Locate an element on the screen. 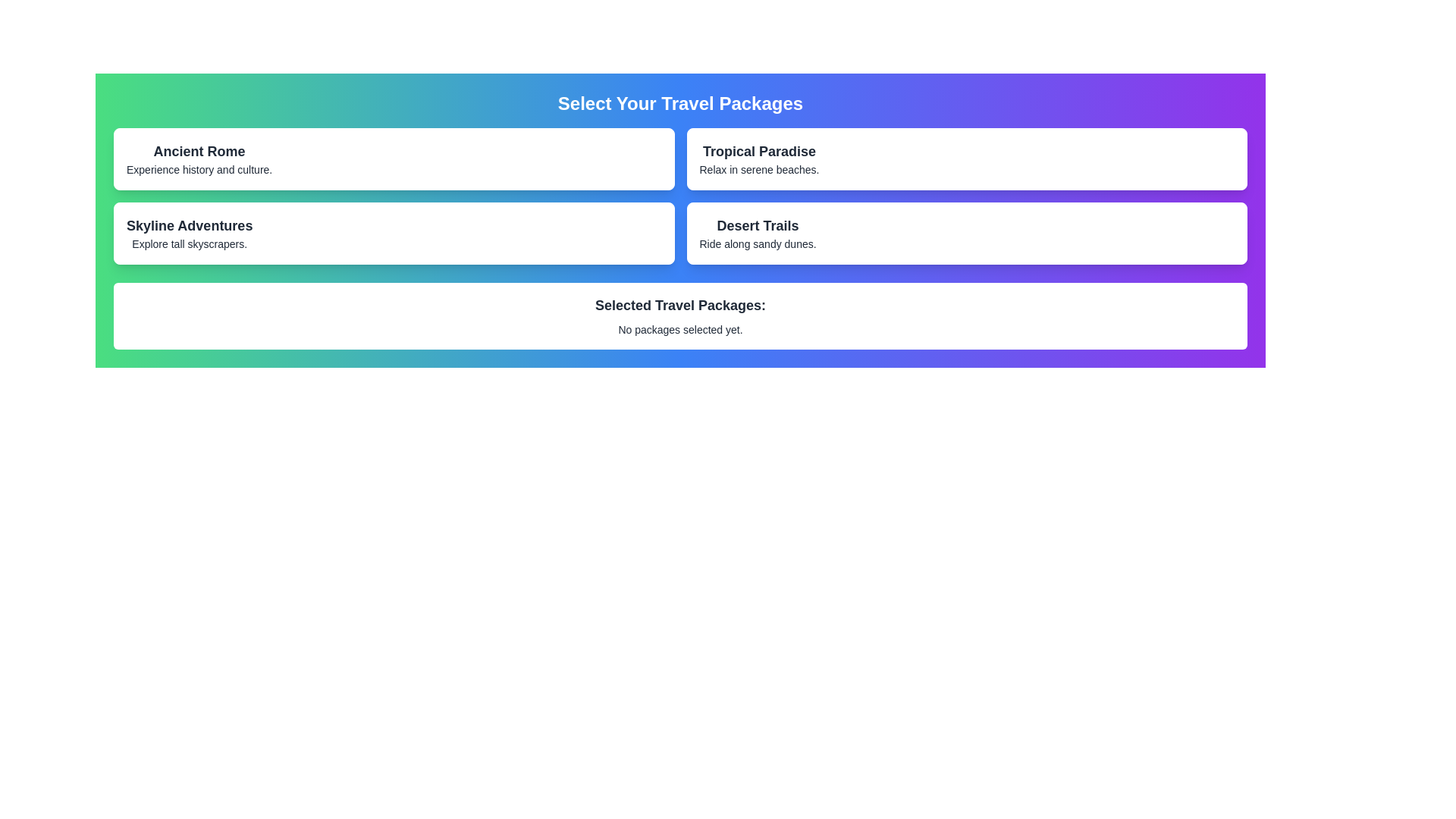 This screenshot has width=1456, height=819. header text element titled 'Select Your Travel Packages', which is prominently displayed in a bold, white font on a gradient background is located at coordinates (679, 103).